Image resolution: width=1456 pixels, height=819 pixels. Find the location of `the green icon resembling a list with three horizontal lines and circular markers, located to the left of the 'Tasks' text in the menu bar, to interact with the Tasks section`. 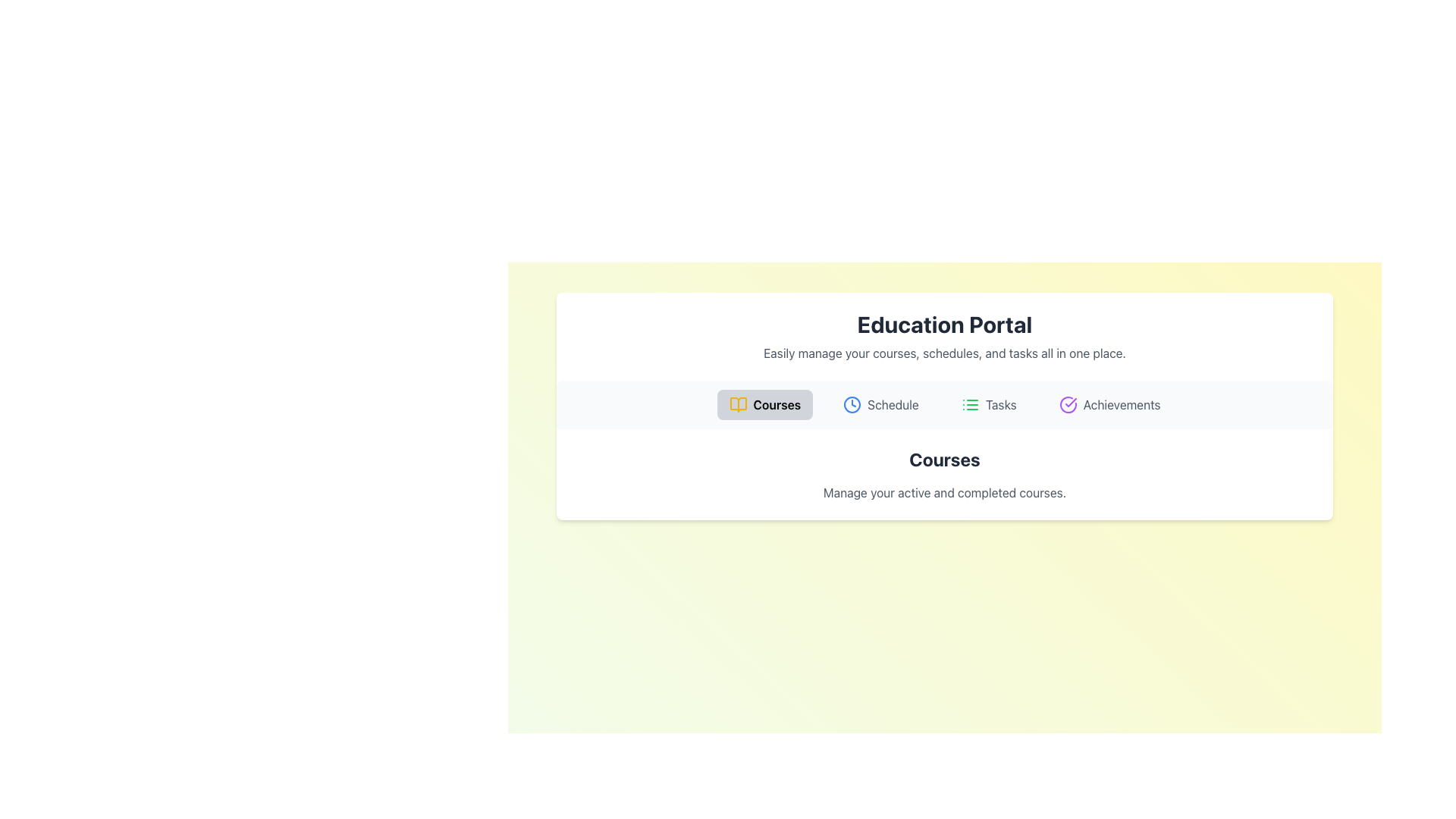

the green icon resembling a list with three horizontal lines and circular markers, located to the left of the 'Tasks' text in the menu bar, to interact with the Tasks section is located at coordinates (969, 403).